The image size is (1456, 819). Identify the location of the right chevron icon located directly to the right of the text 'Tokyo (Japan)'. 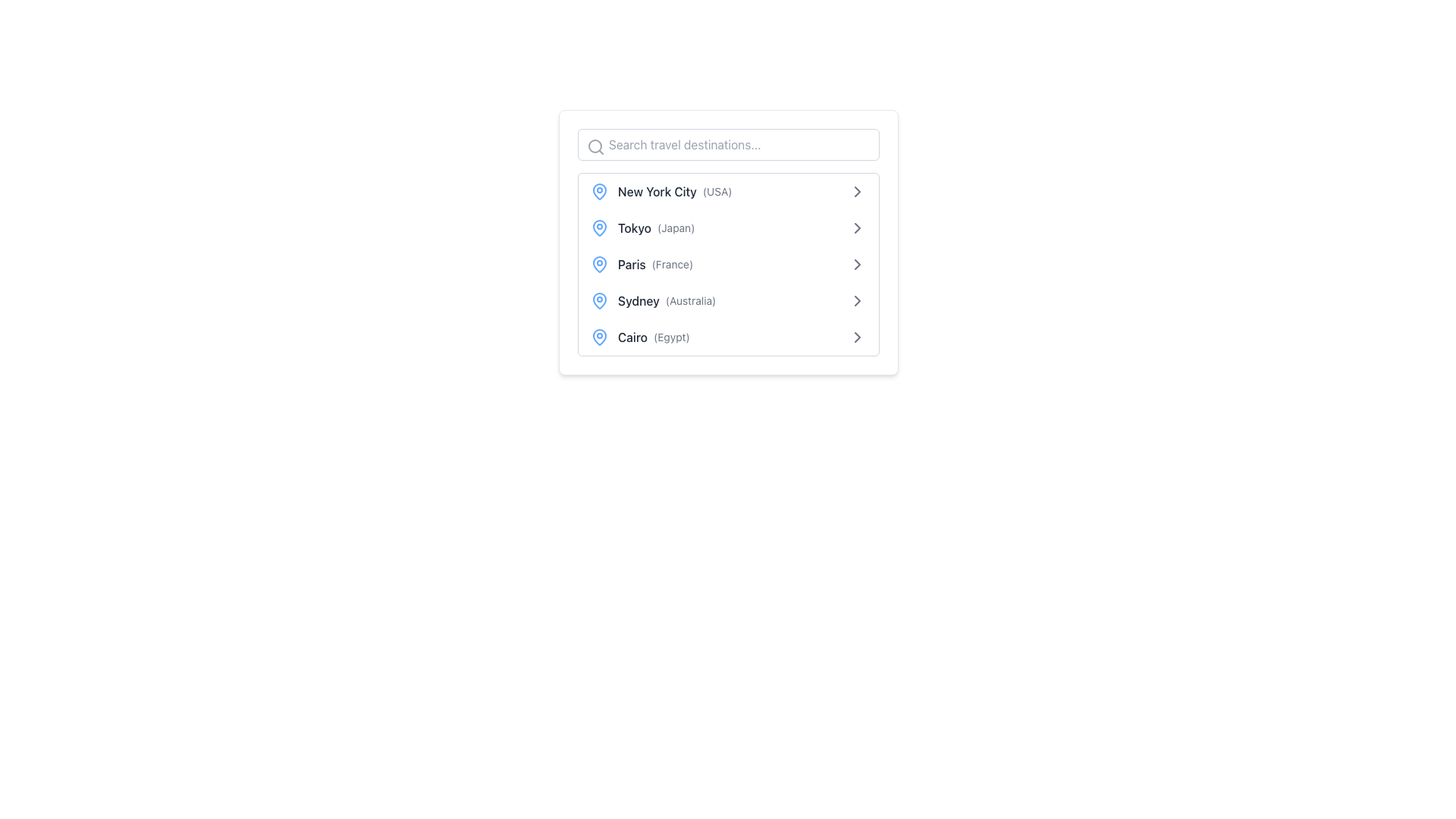
(858, 227).